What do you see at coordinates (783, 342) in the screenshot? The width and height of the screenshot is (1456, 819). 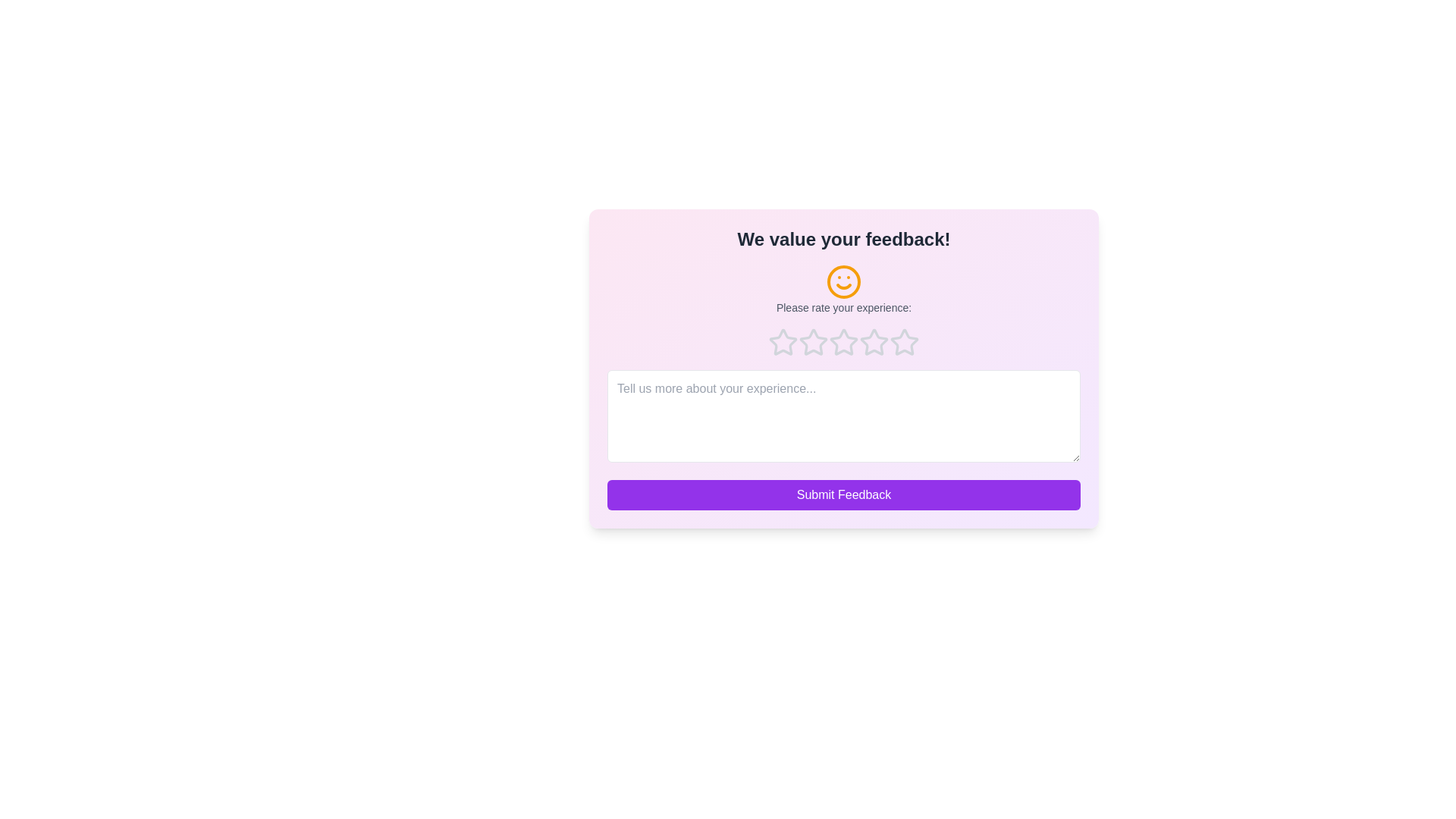 I see `the first star icon, which has a hollow interior and gray borders` at bounding box center [783, 342].